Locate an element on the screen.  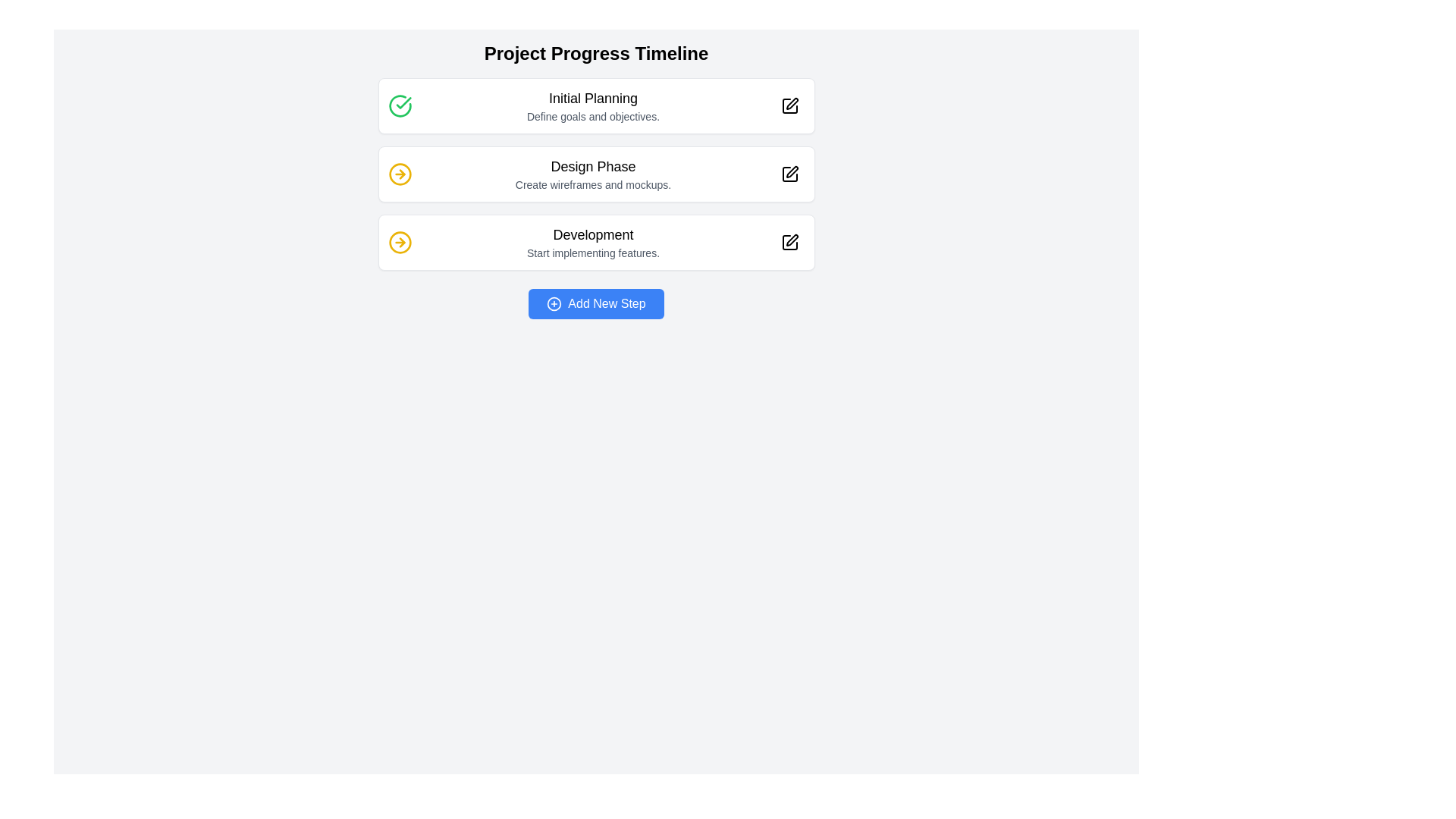
the progression indicator icon located to the left of the 'Development' text in the third row of vertically stacked items is located at coordinates (400, 242).